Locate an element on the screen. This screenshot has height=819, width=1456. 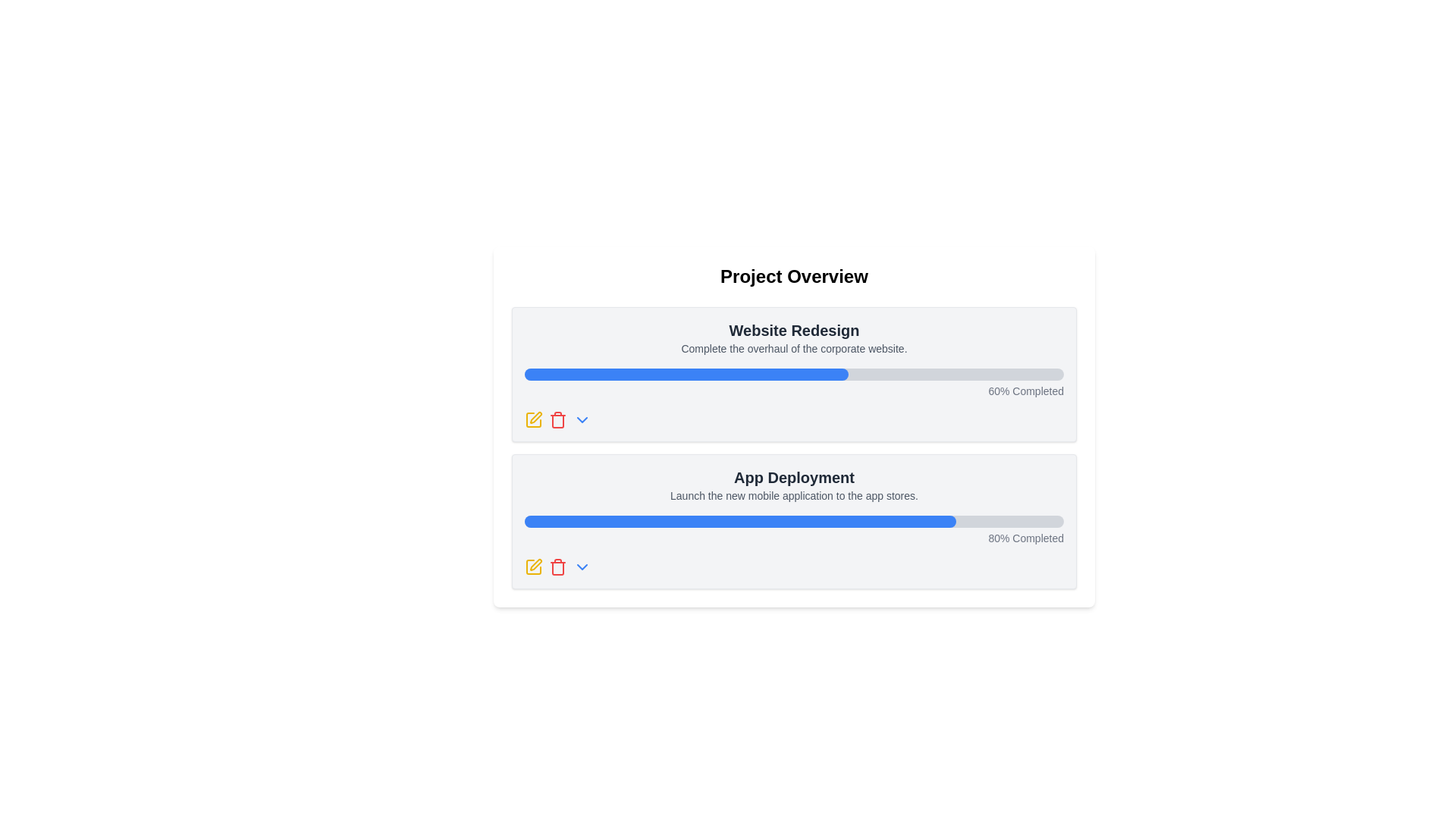
the button/icon used to initiate an edit operation for the 'Website Redesign' project, which is positioned below the header and next to a progress bar is located at coordinates (534, 420).